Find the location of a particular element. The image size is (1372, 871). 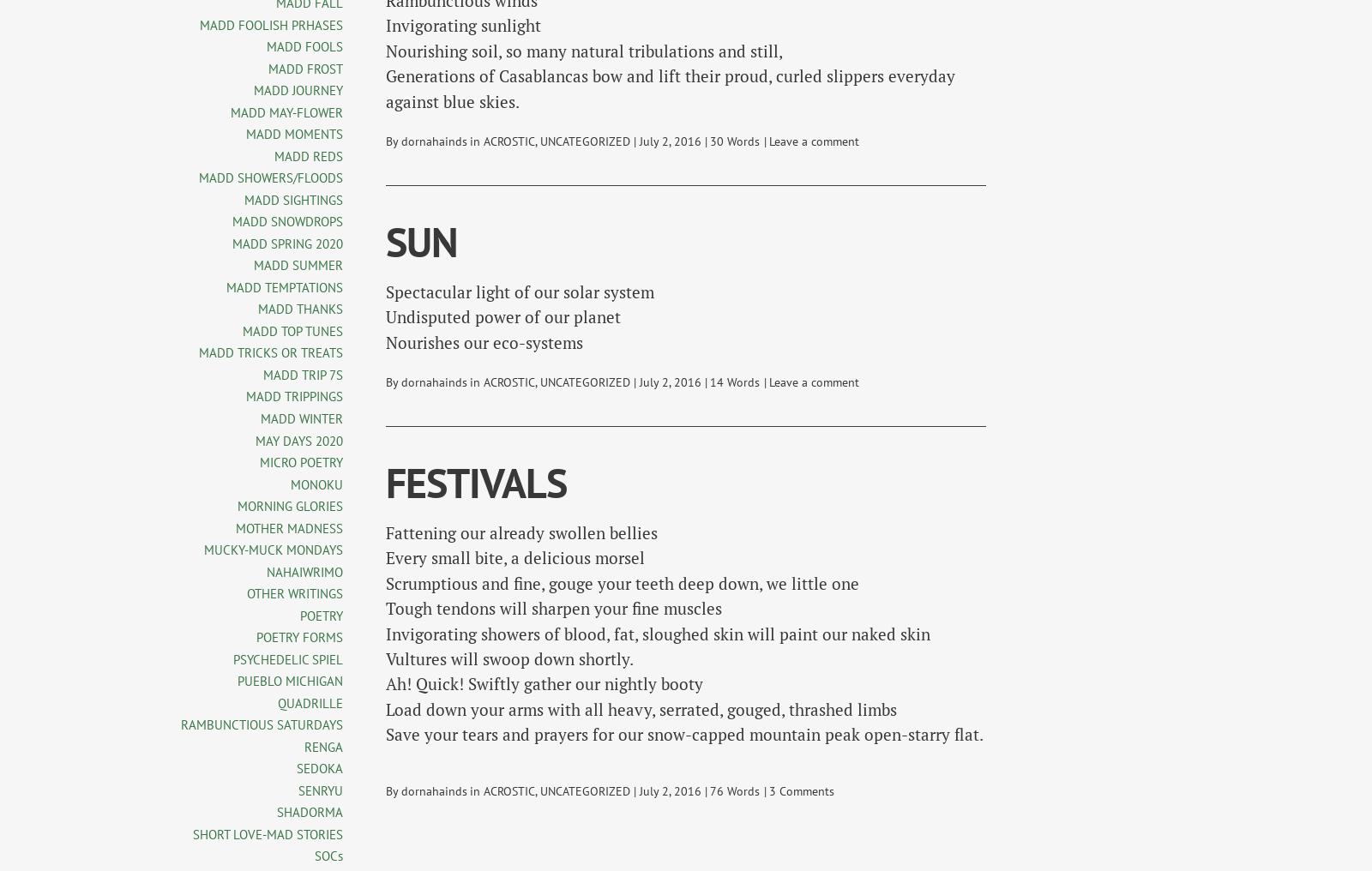

'SHADORMA' is located at coordinates (310, 811).